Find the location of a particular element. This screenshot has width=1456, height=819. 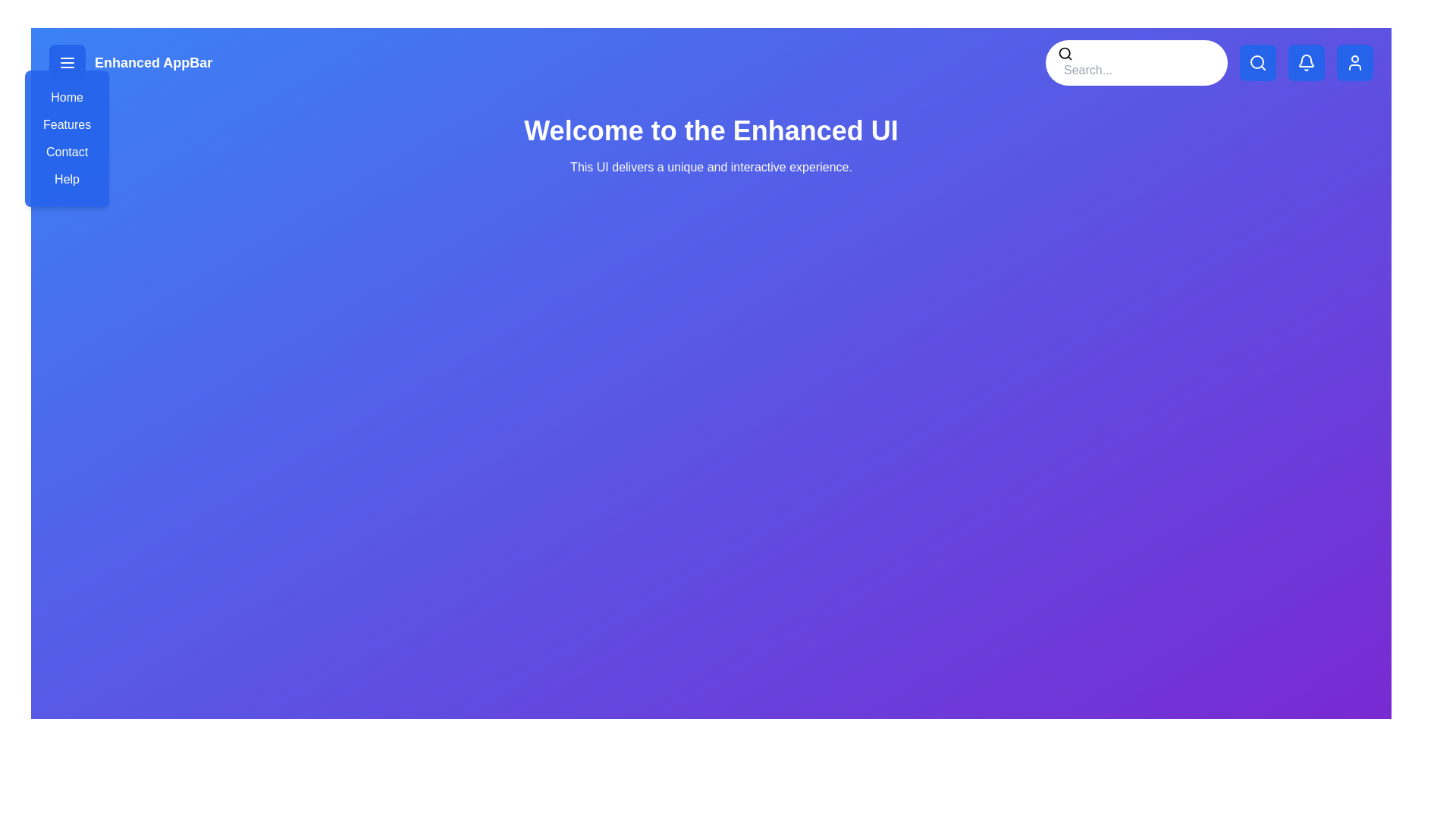

the menu item labeled Contact is located at coordinates (65, 152).